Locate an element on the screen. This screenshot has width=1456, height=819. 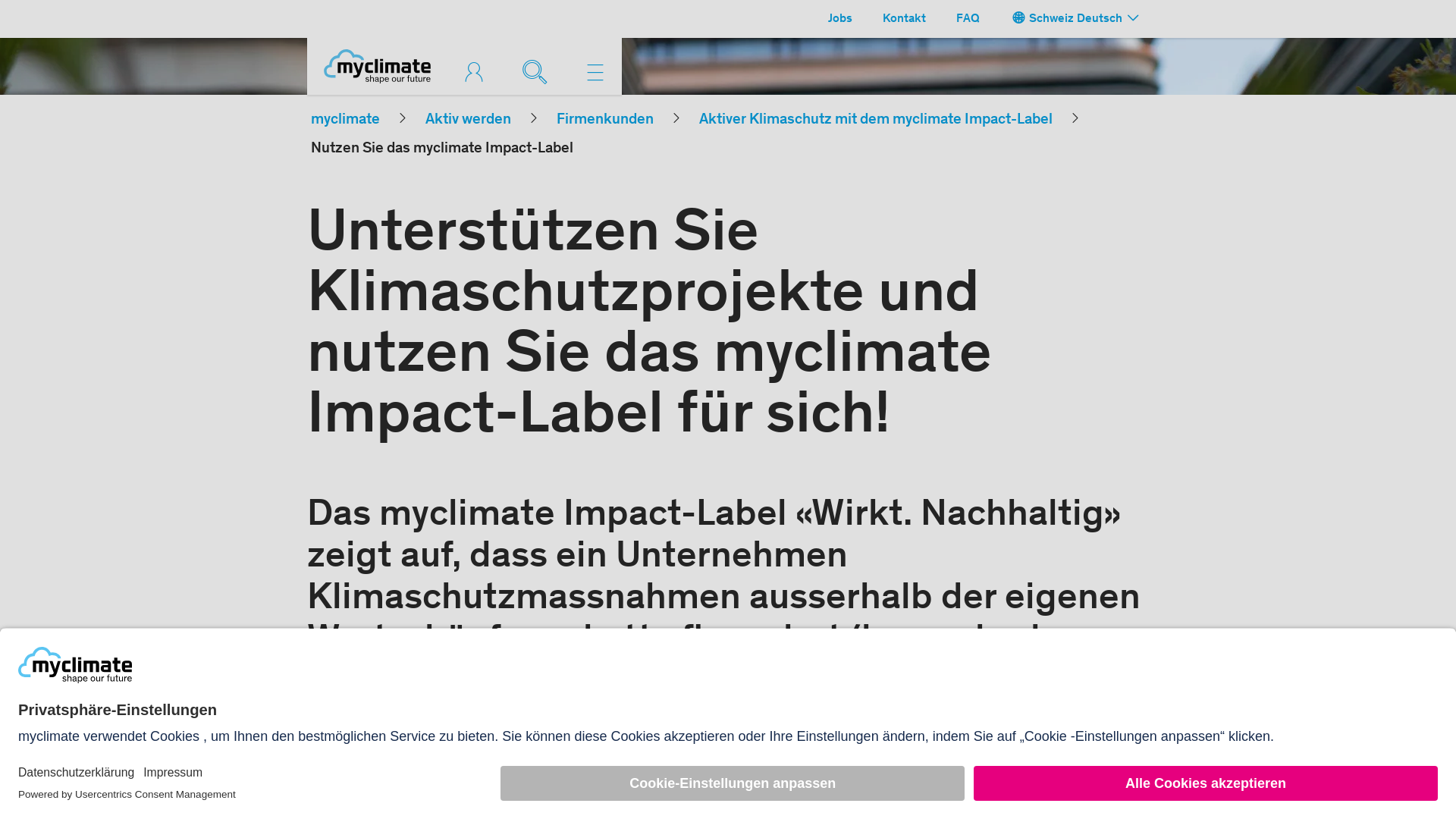
'Aktiver Klimaschutz mit dem myclimate Impact-Label' is located at coordinates (876, 119).